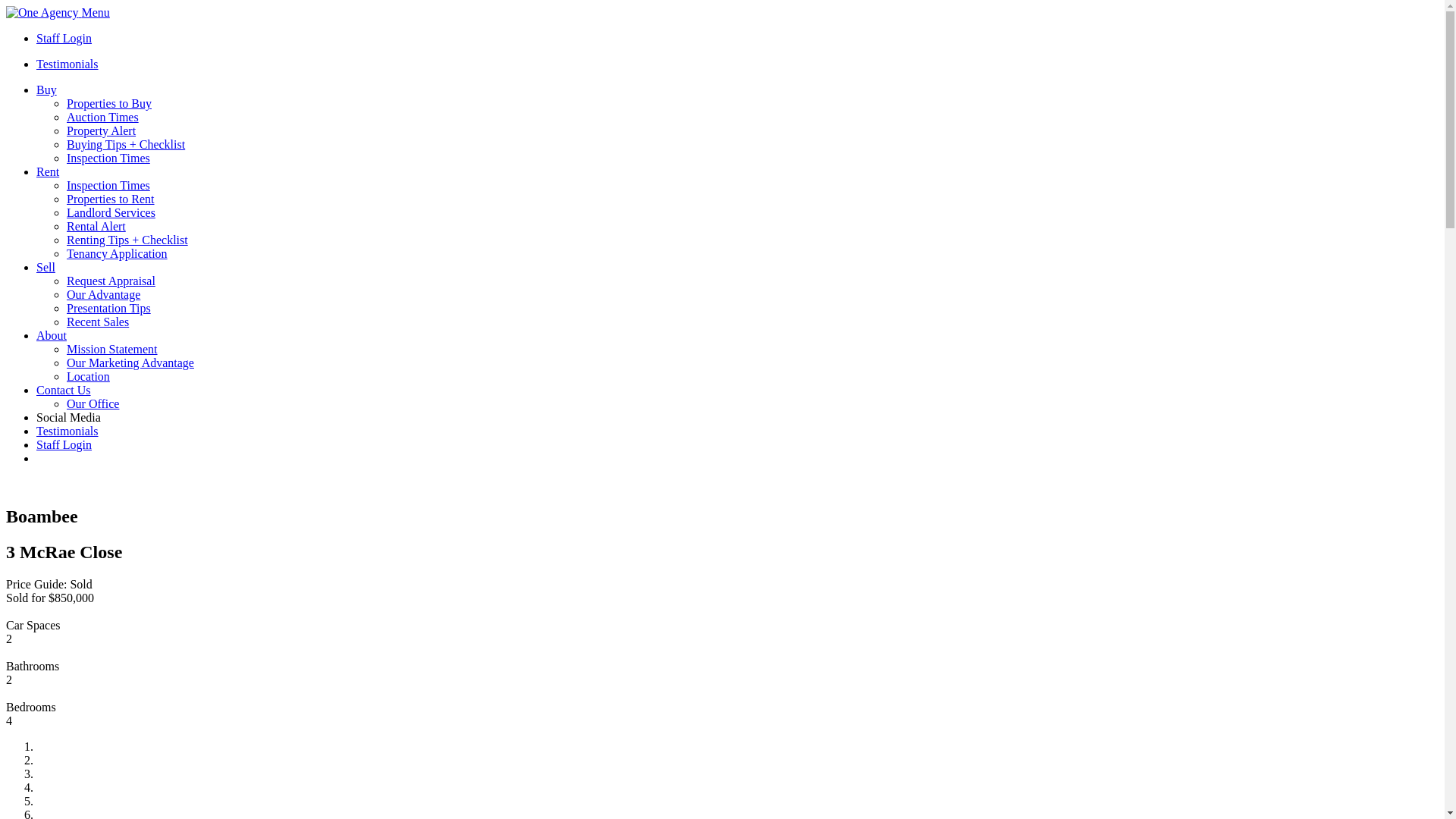  What do you see at coordinates (65, 239) in the screenshot?
I see `'Renting Tips + Checklist'` at bounding box center [65, 239].